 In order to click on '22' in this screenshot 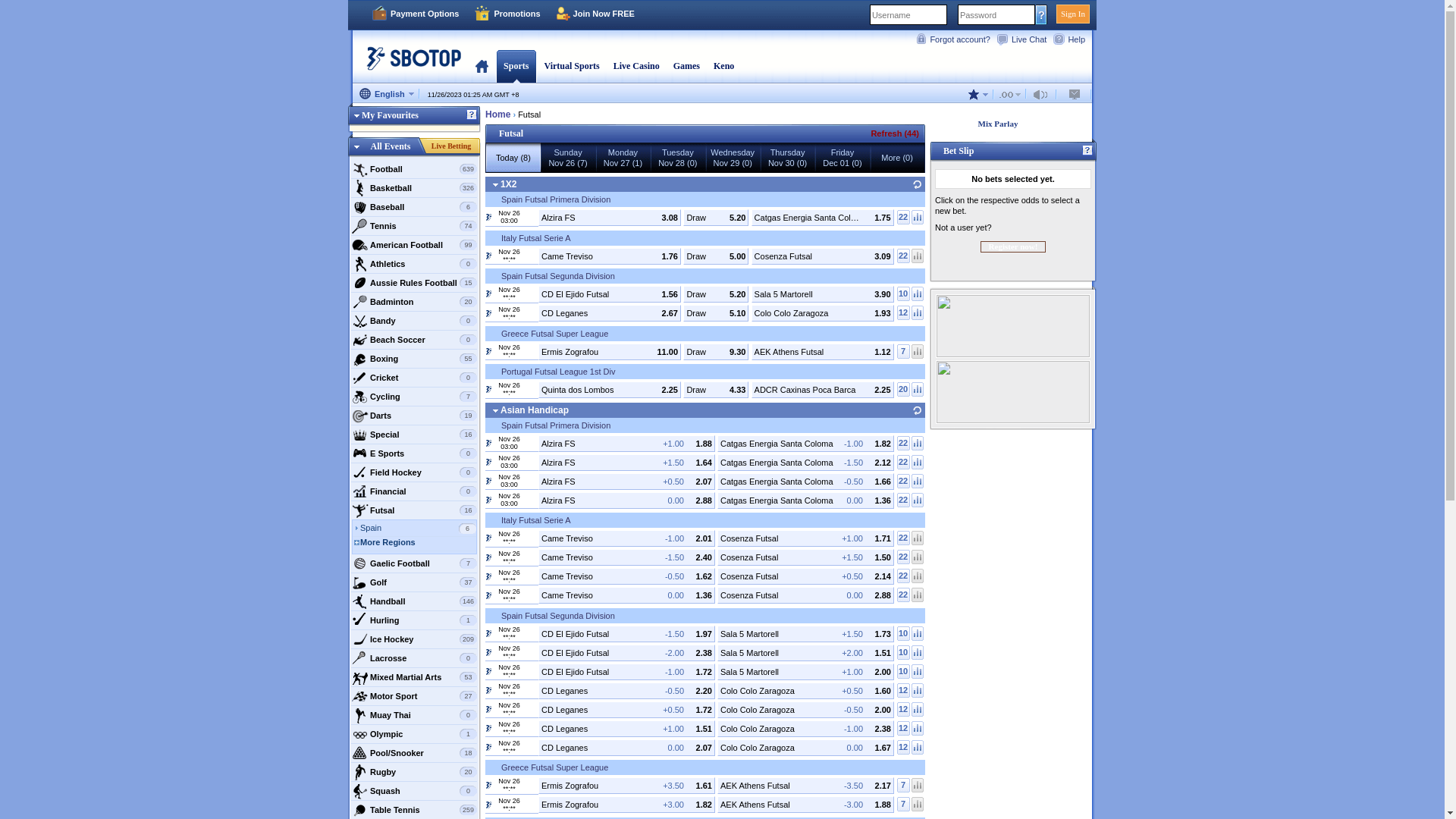, I will do `click(903, 480)`.